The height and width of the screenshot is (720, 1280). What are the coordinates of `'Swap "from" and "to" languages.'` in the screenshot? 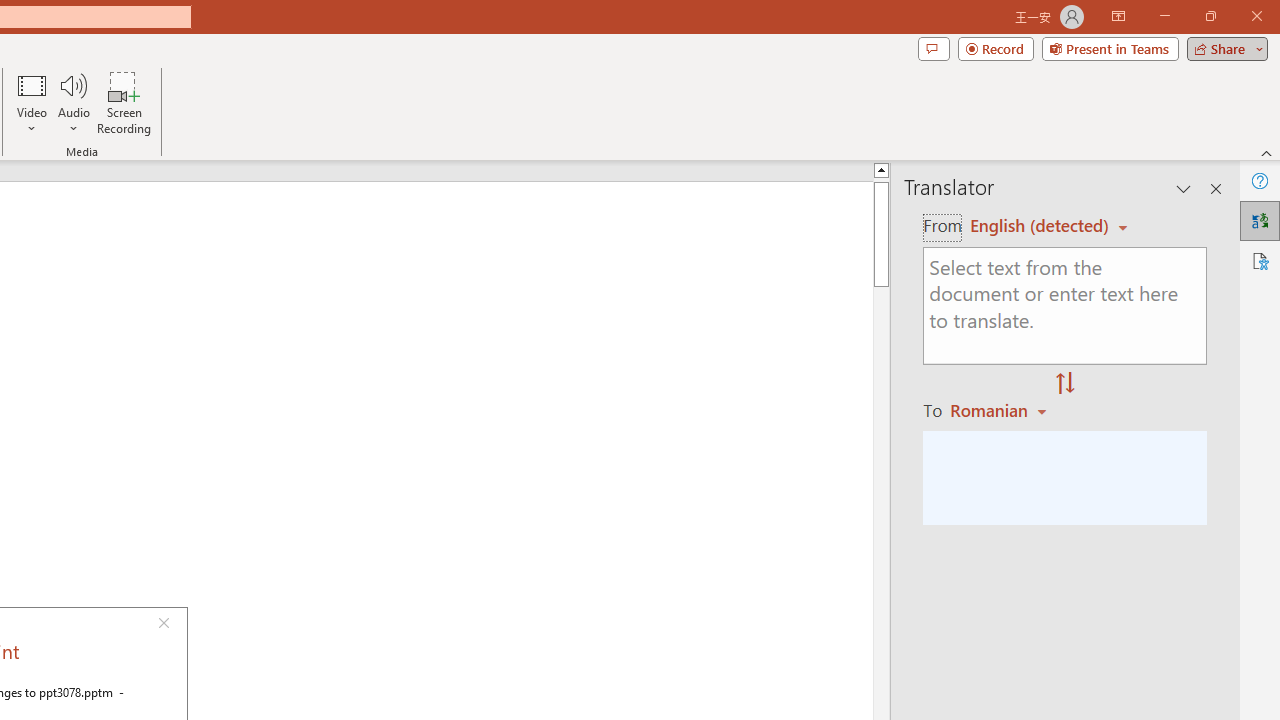 It's located at (1064, 384).